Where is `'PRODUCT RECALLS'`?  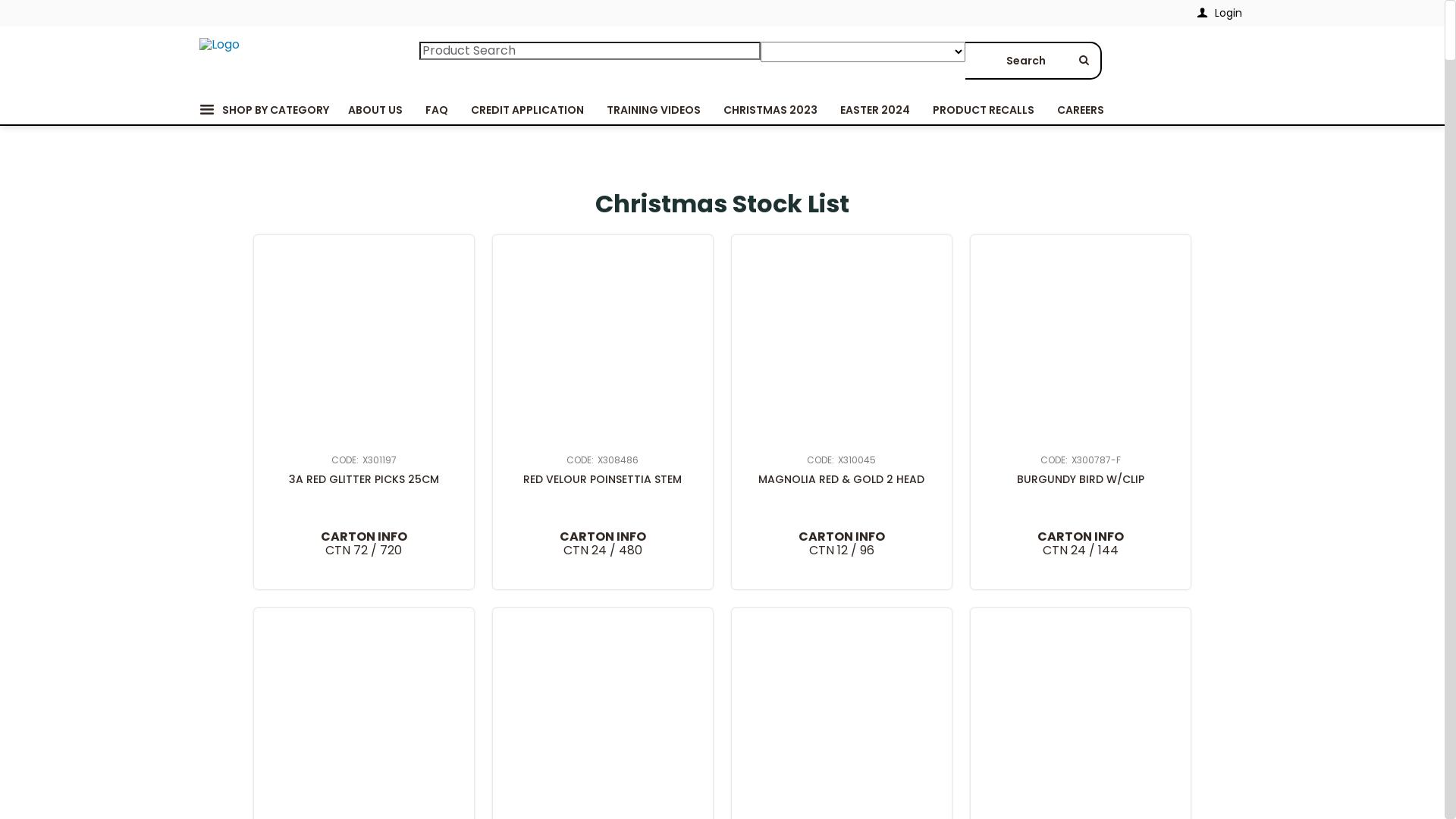
'PRODUCT RECALLS' is located at coordinates (983, 109).